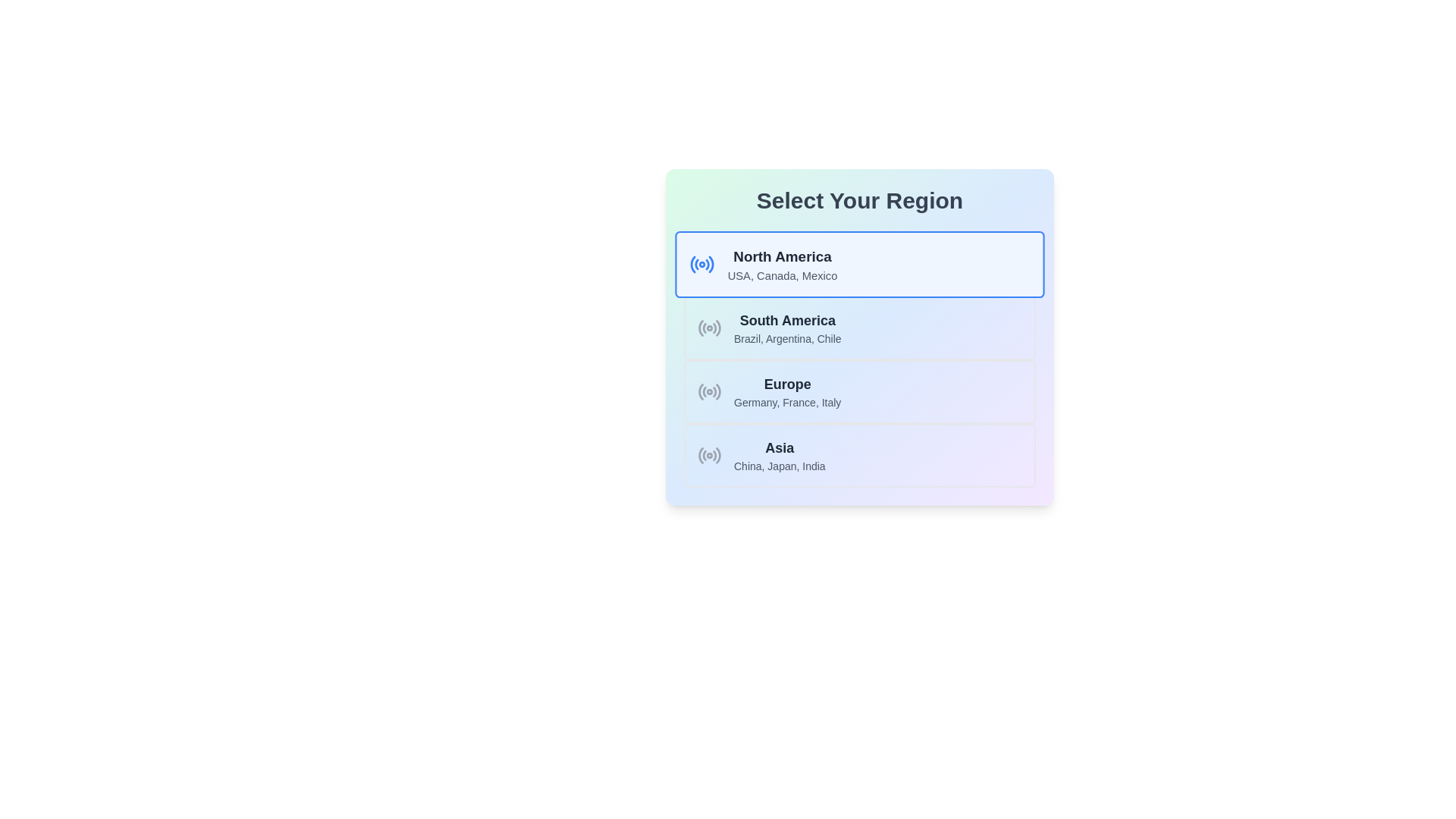 The width and height of the screenshot is (1456, 819). Describe the element at coordinates (701, 263) in the screenshot. I see `the vibrant blue radio signal icon located to the left of the 'North America' label in the selection card to gain an understanding of the selection status` at that location.